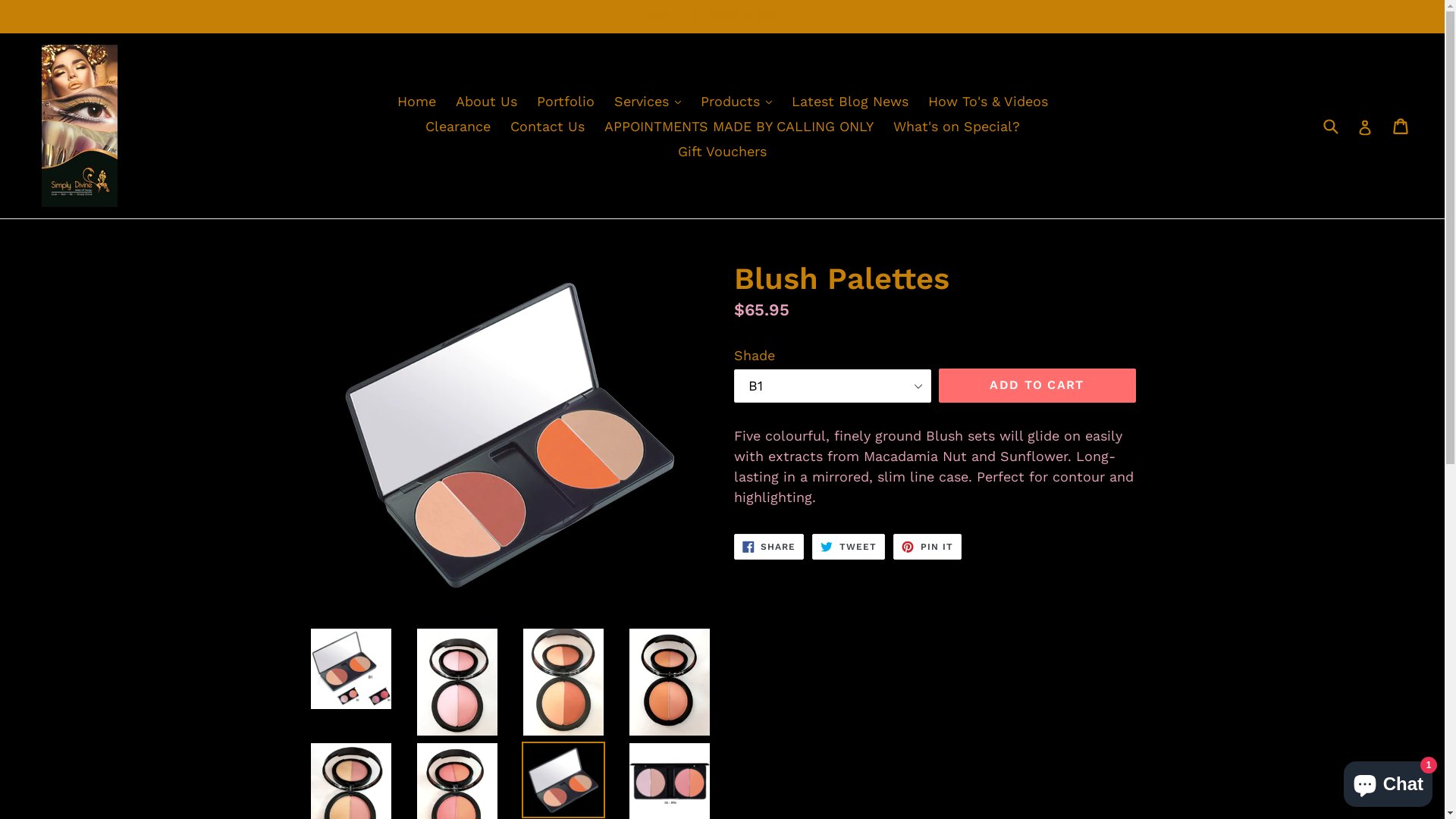 The image size is (1456, 819). Describe the element at coordinates (927, 547) in the screenshot. I see `'PIN IT` at that location.